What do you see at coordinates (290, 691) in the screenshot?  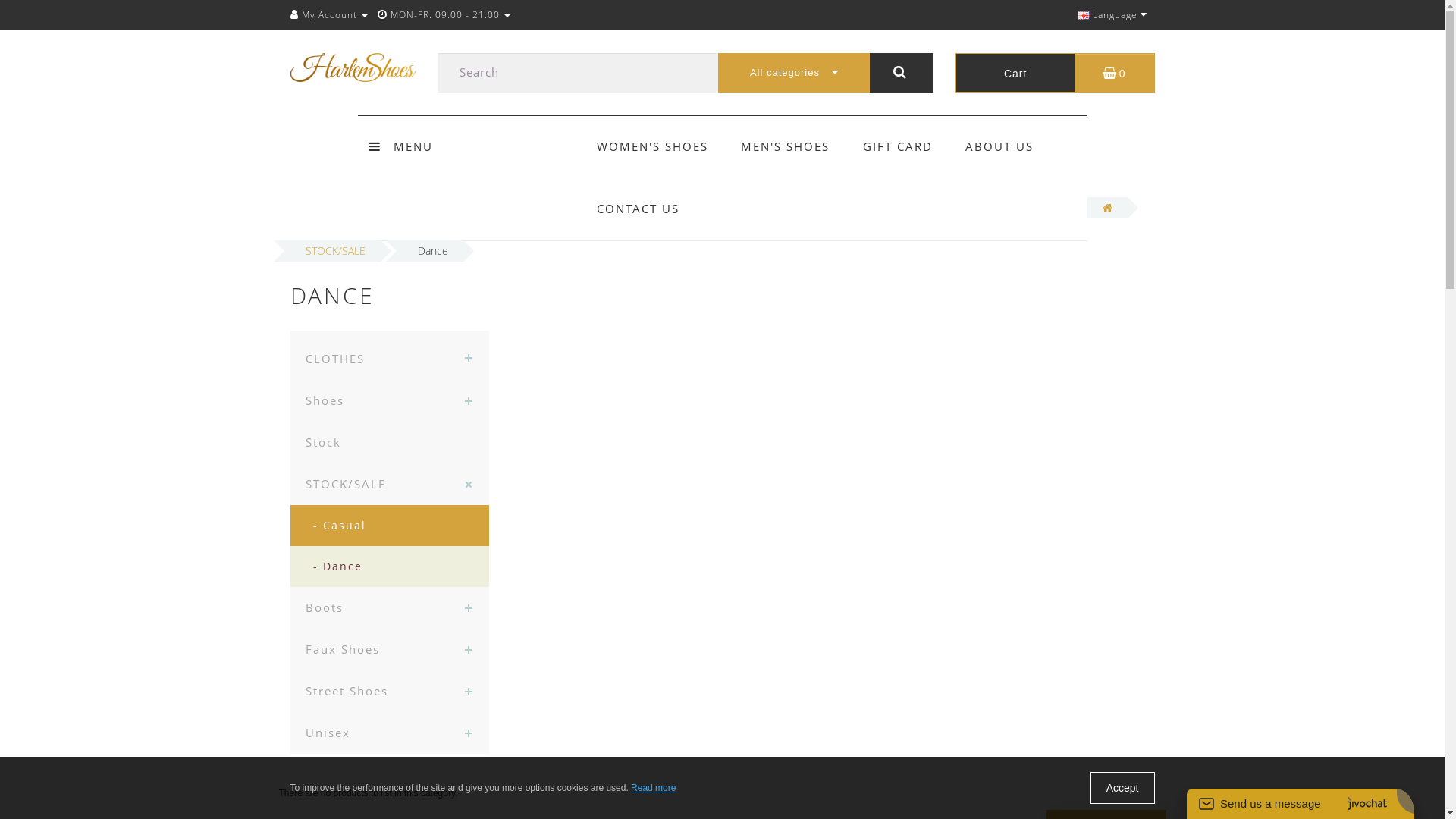 I see `'Street Shoes'` at bounding box center [290, 691].